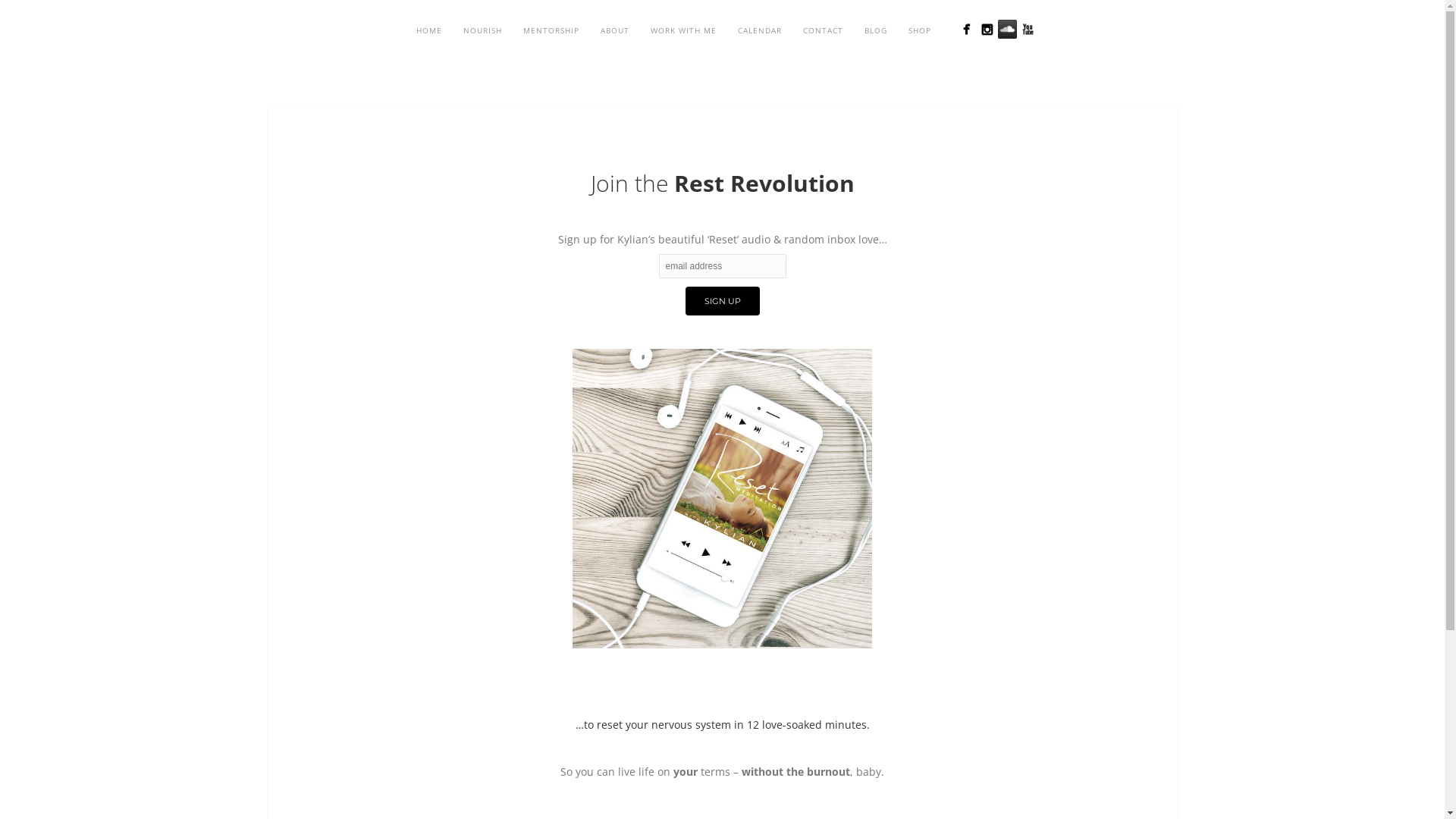 This screenshot has height=819, width=1456. I want to click on 'Soundcloud', so click(997, 29).